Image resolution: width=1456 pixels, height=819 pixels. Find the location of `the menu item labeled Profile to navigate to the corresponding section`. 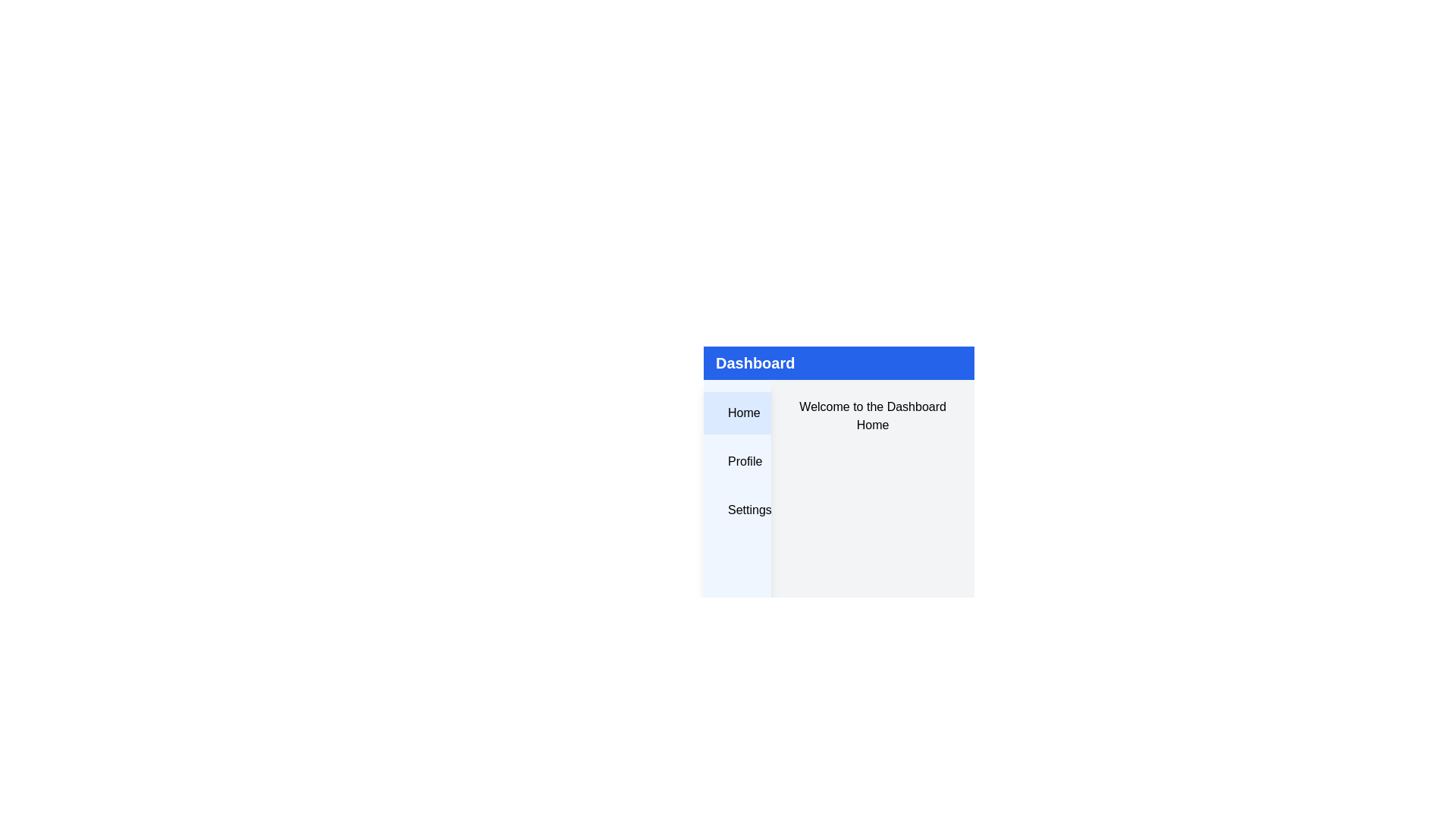

the menu item labeled Profile to navigate to the corresponding section is located at coordinates (736, 461).